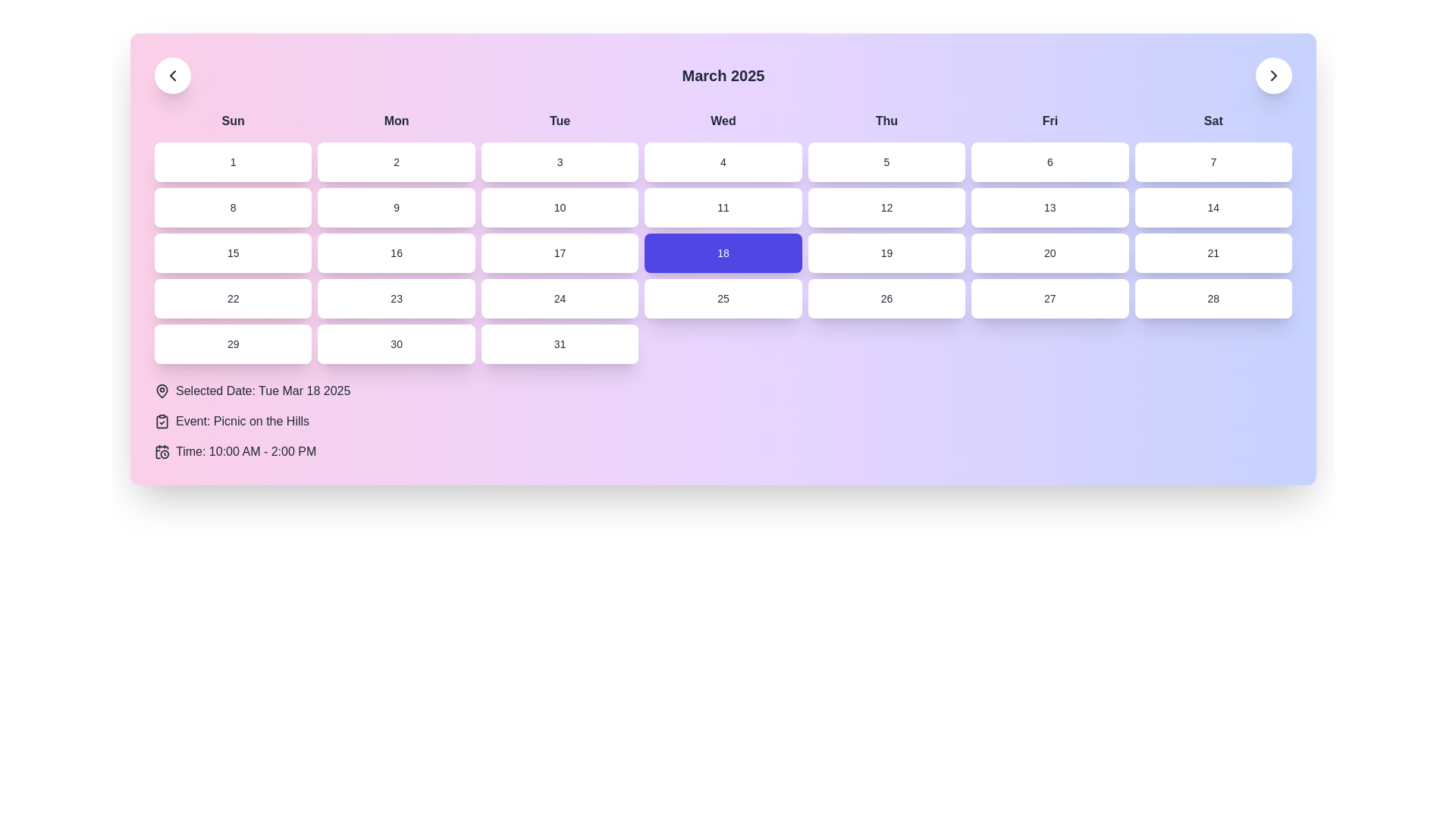 This screenshot has height=819, width=1456. I want to click on the navigation button located at the top-right corner of the interface, aligned with the text 'March 2025', to trigger hover effects, so click(1274, 76).